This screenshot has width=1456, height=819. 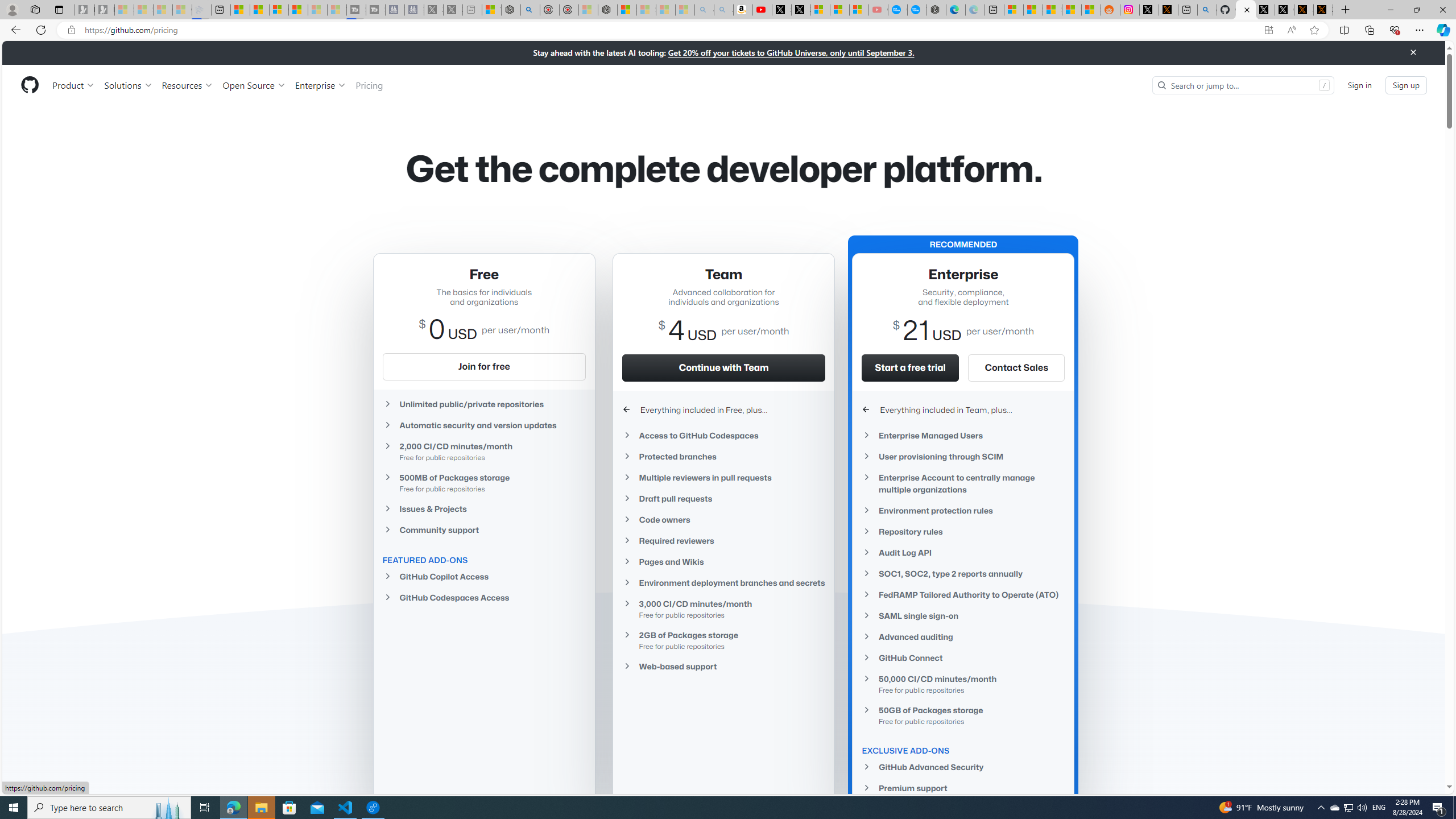 I want to click on 'SOC1, SOC2, type 2 reports annually', so click(x=963, y=573).